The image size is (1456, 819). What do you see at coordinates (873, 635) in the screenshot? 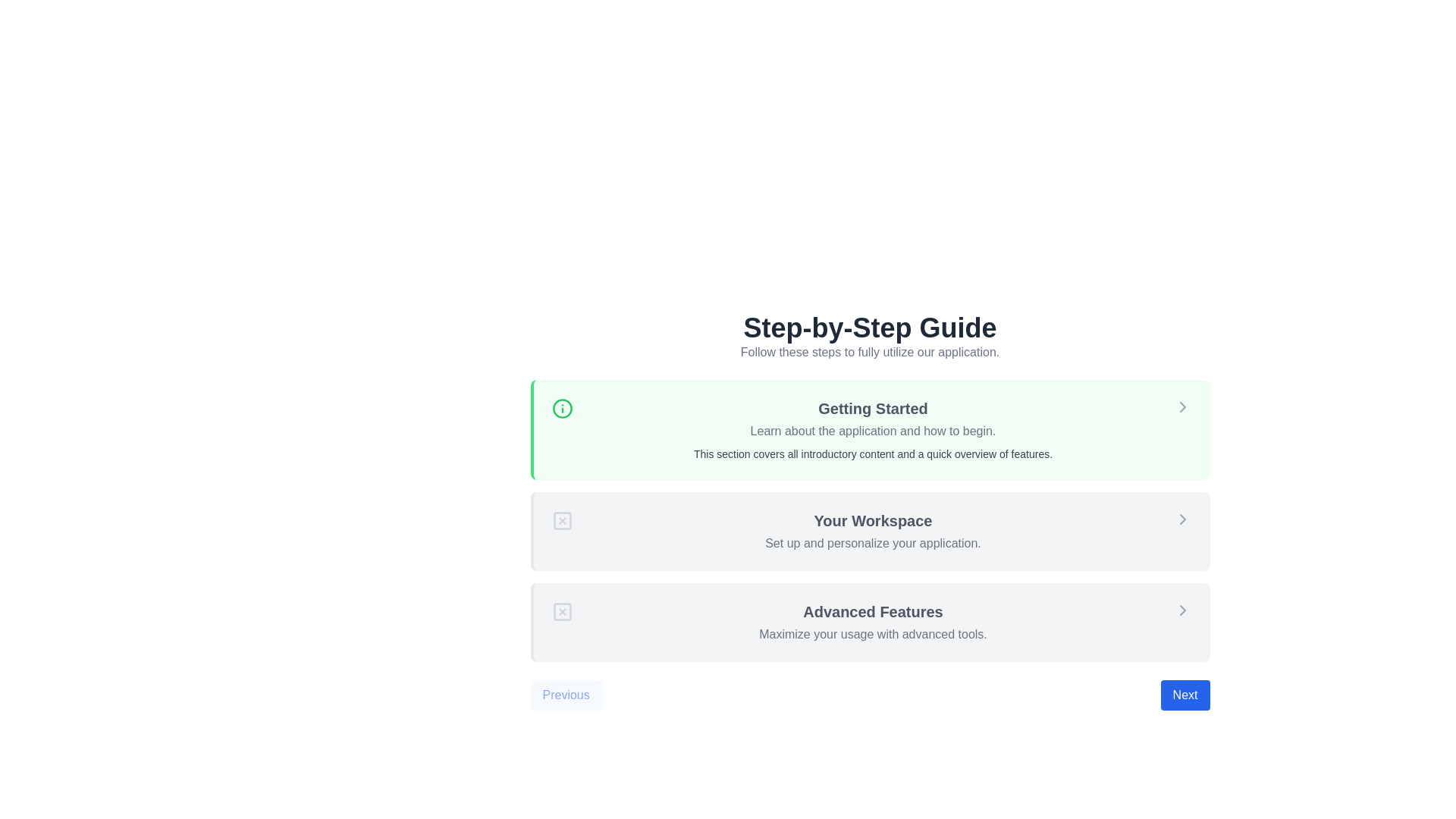
I see `the static text providing an explanatory description for the 'Advanced Features' section, located directly beneath the heading 'Advanced Features'` at bounding box center [873, 635].